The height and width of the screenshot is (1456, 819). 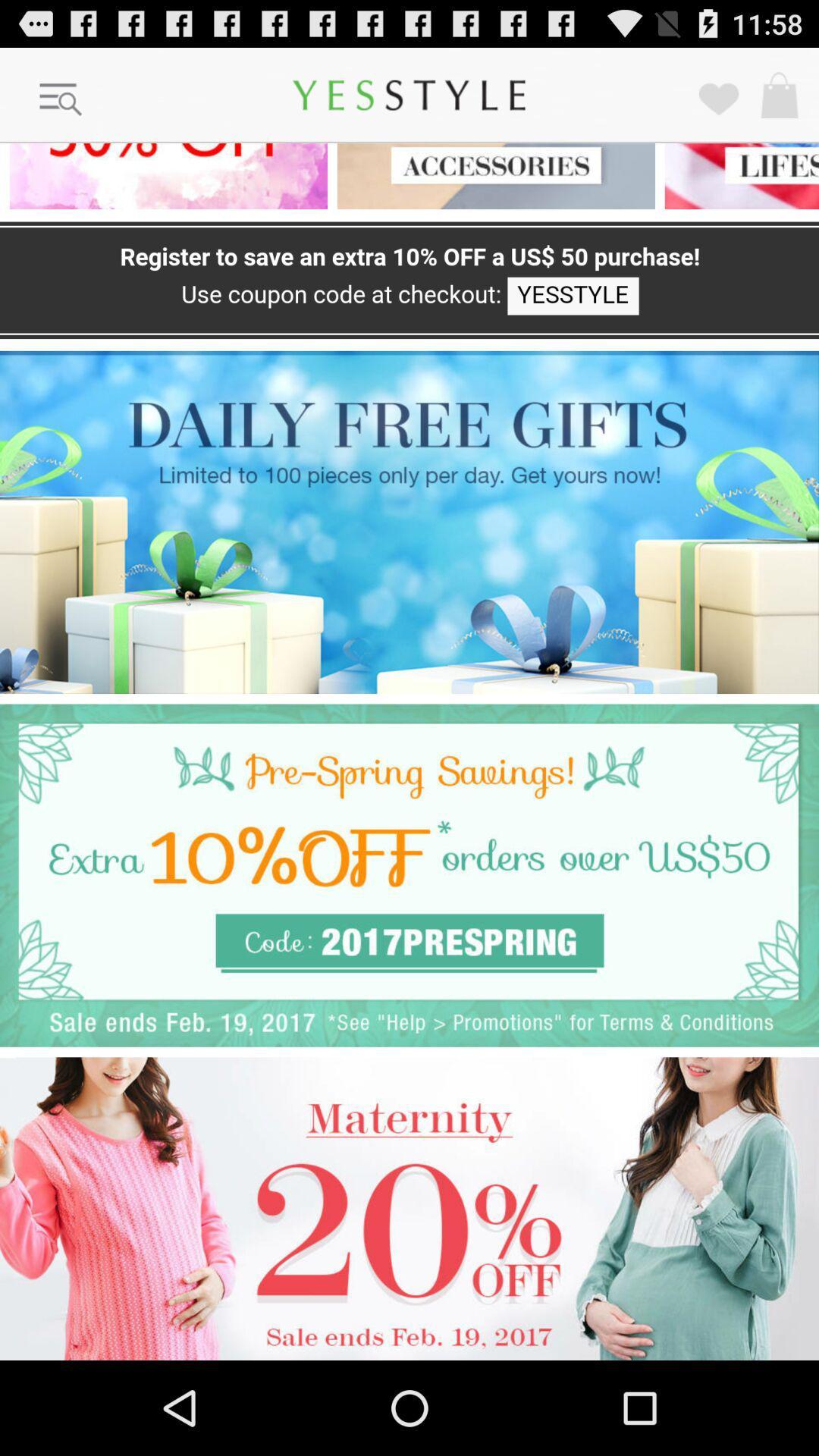 I want to click on click for free gifts, so click(x=409, y=522).